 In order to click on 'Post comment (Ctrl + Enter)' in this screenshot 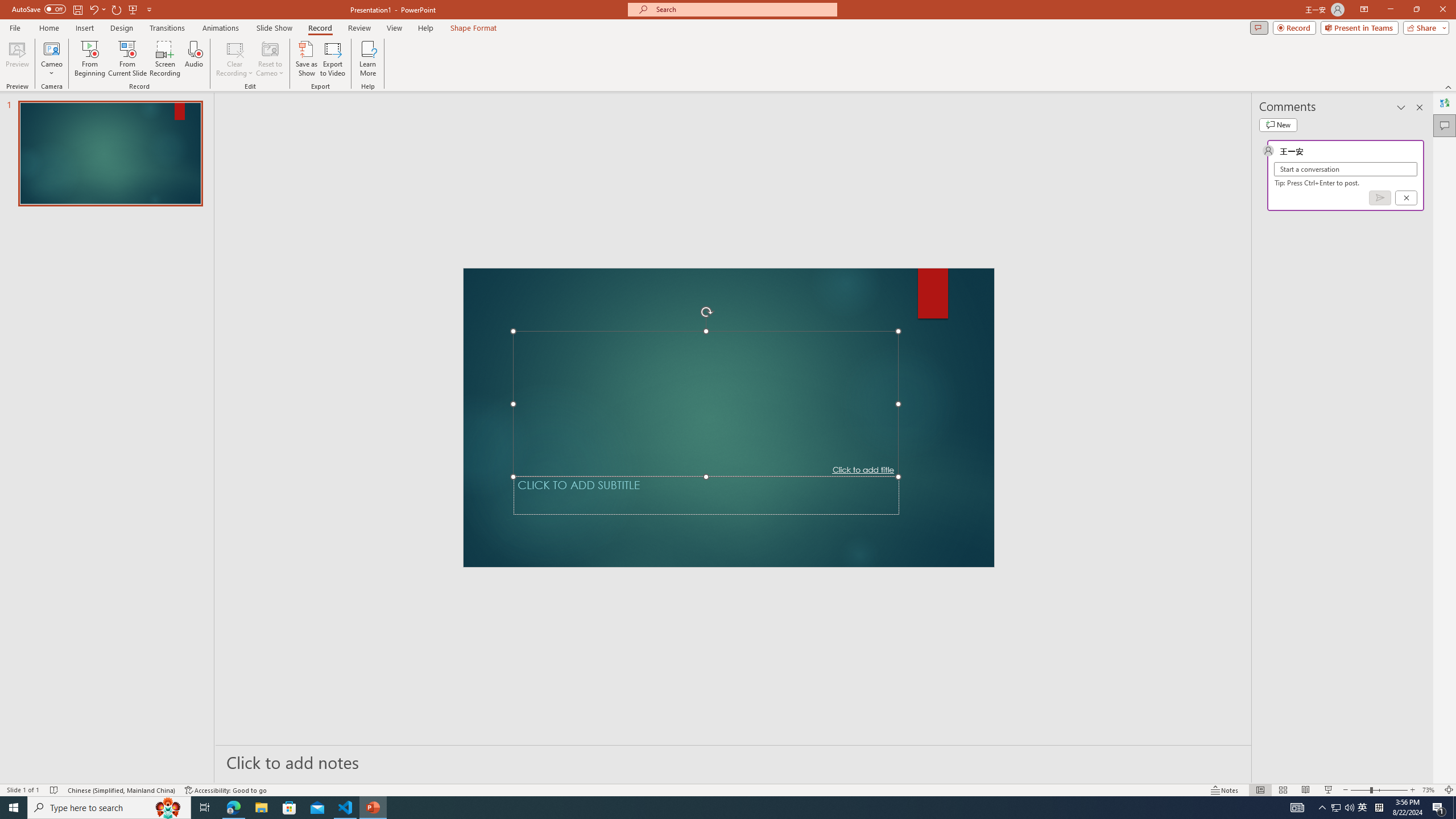, I will do `click(1379, 198)`.